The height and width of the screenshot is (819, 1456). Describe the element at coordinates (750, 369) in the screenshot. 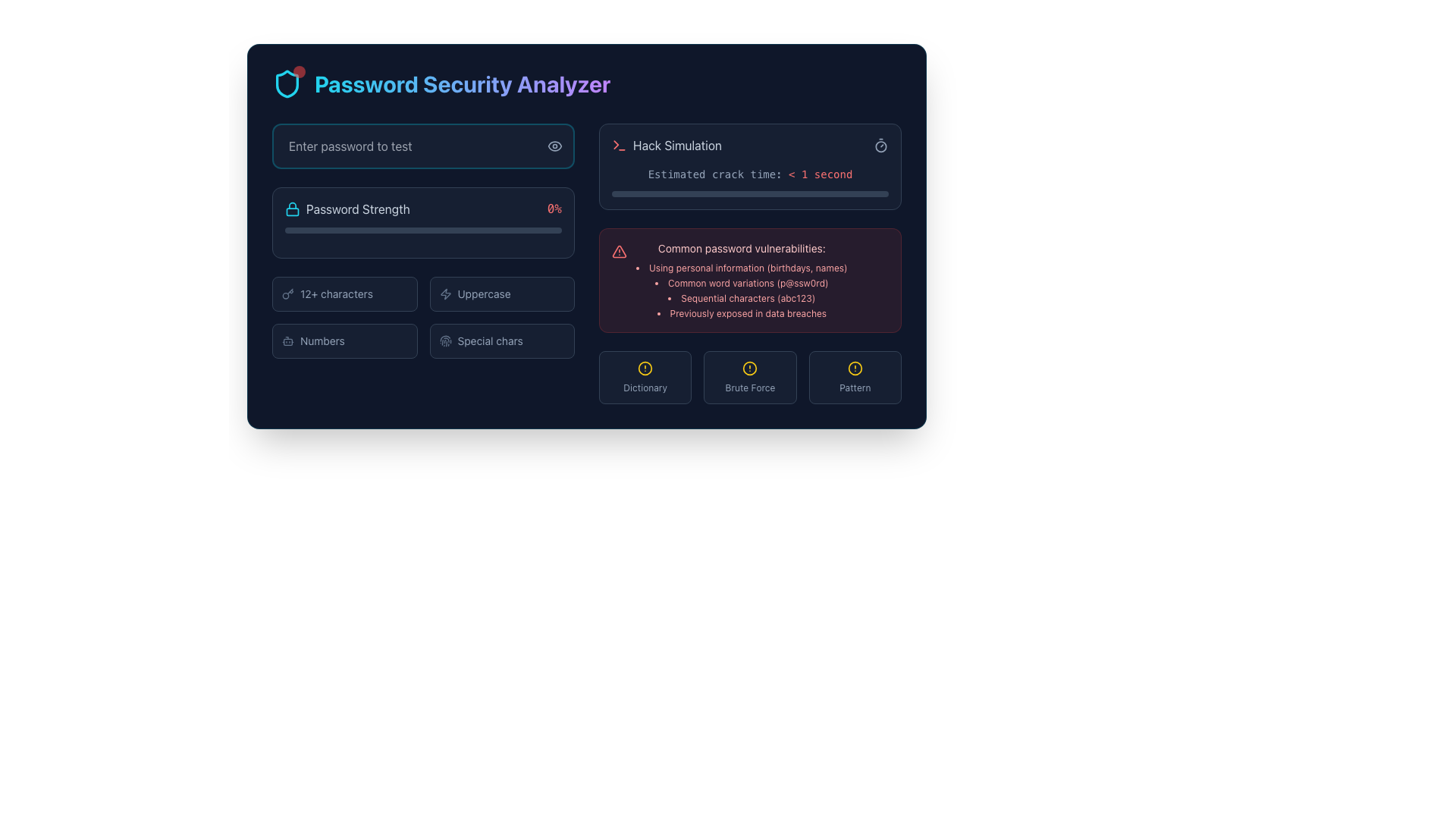

I see `the alert icon representing the 'Brute Force' category, located at the bottom center of the interface, between 'Dictionary' and 'Pattern'` at that location.